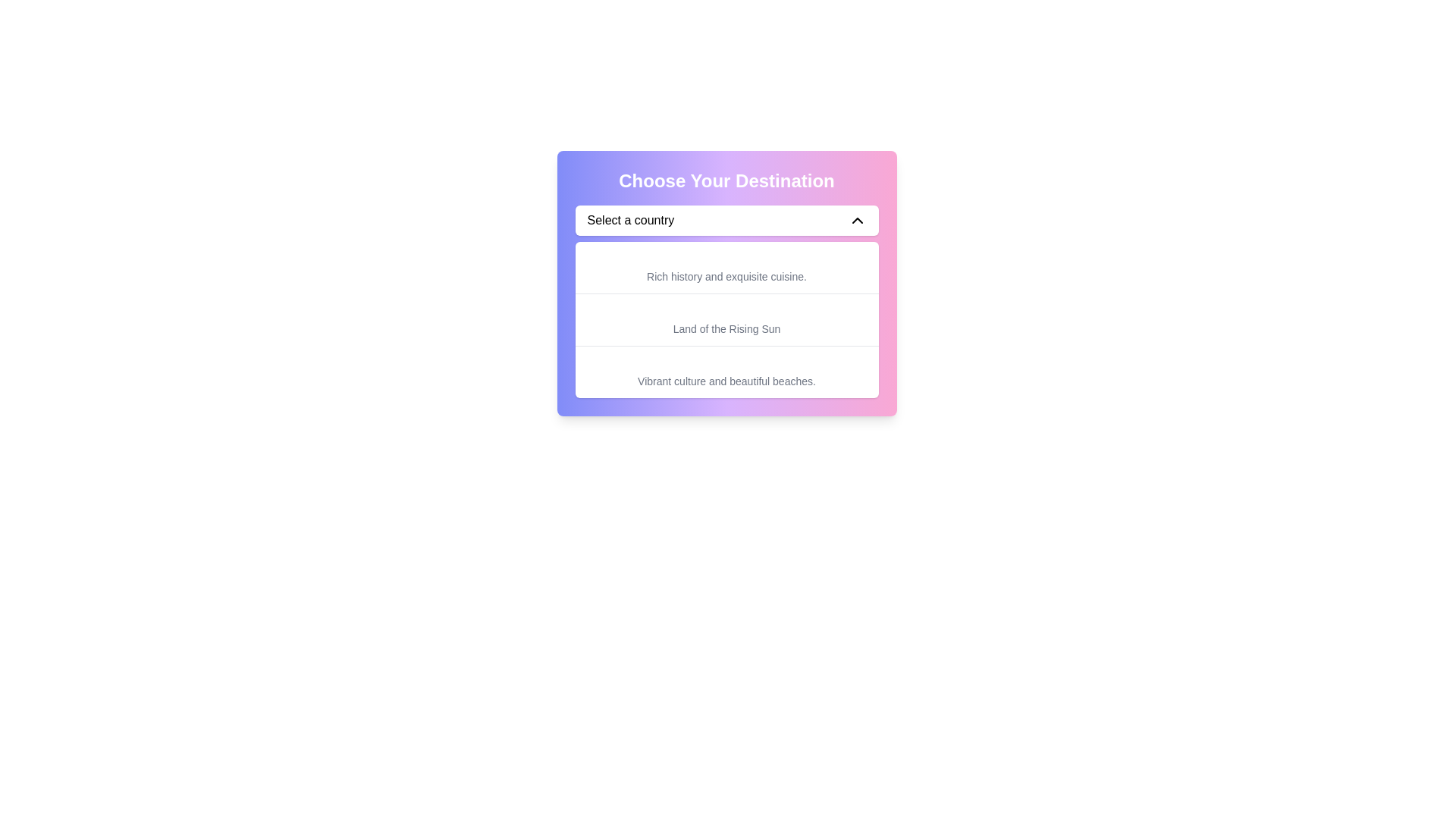  Describe the element at coordinates (726, 318) in the screenshot. I see `the text label providing additional information about 'Japan' in the dropdown list, positioned between 'France' and 'Brazil'` at that location.